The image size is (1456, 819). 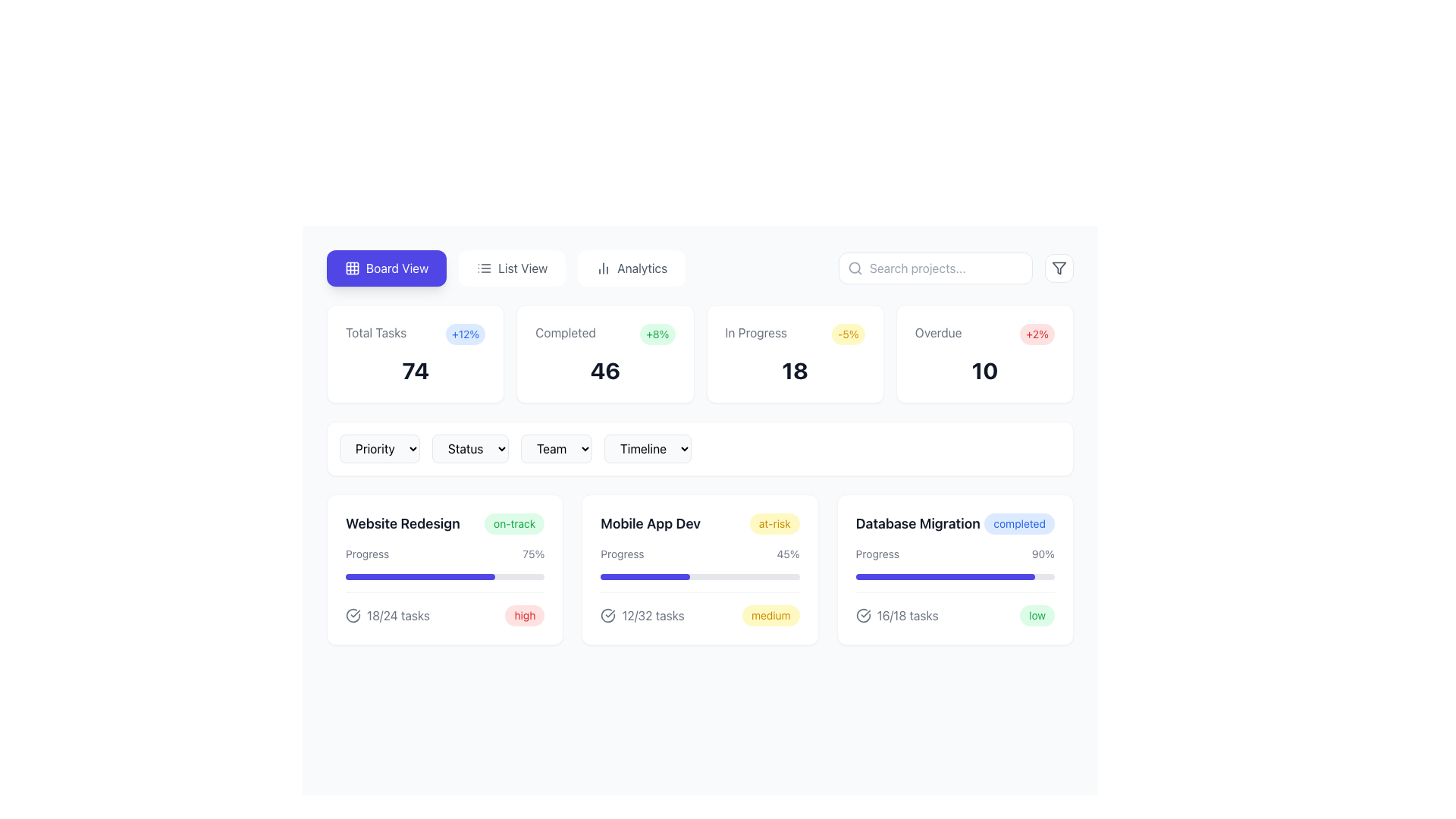 I want to click on the rounded label with the text 'on-track' that has a light green background, located to the right of 'Website Redesign', so click(x=514, y=522).